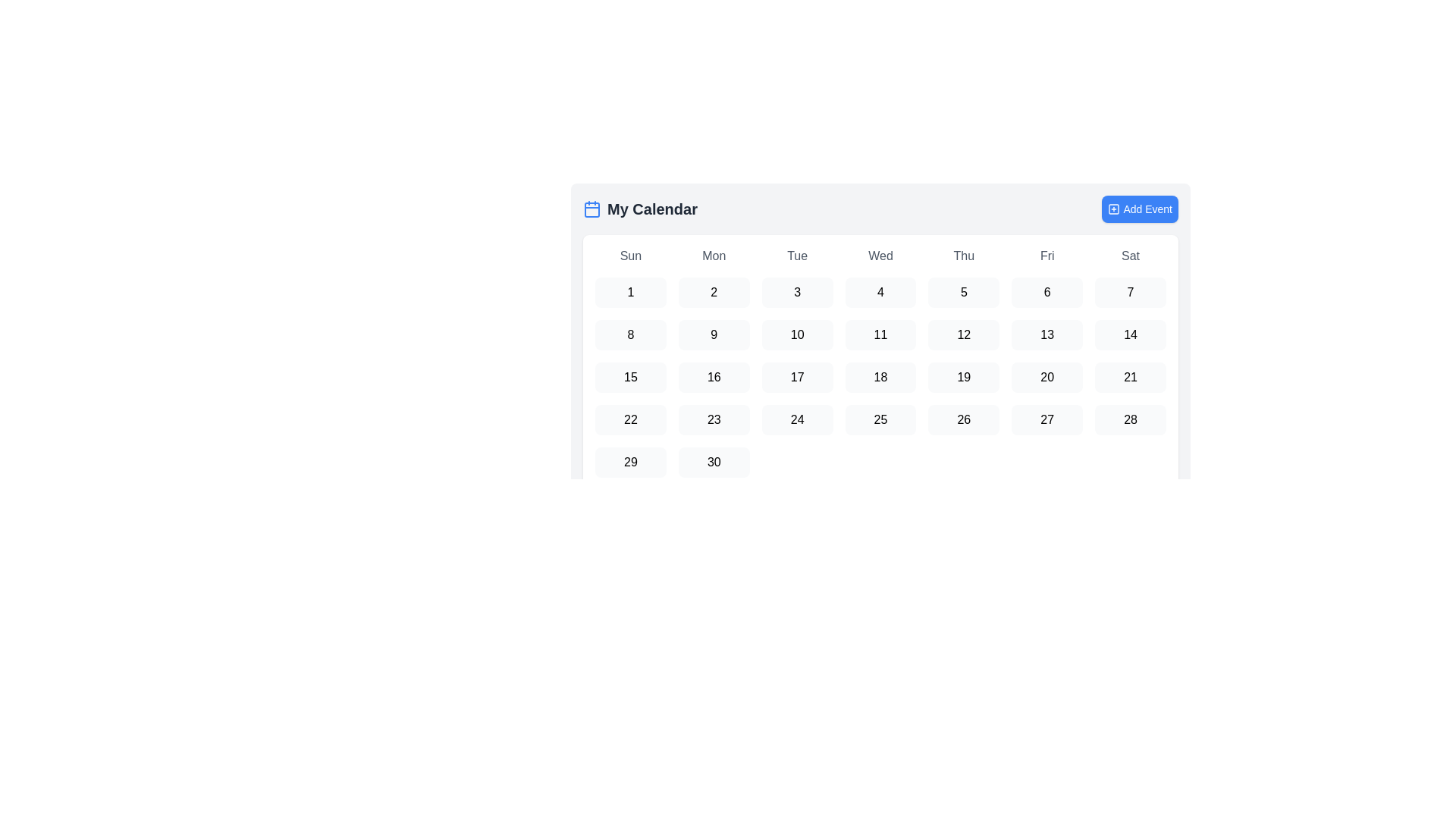 This screenshot has width=1456, height=819. I want to click on the calendar day tile representing the sixth day of the month, located under the 'Fri' column in the first row of the grid, so click(1046, 292).